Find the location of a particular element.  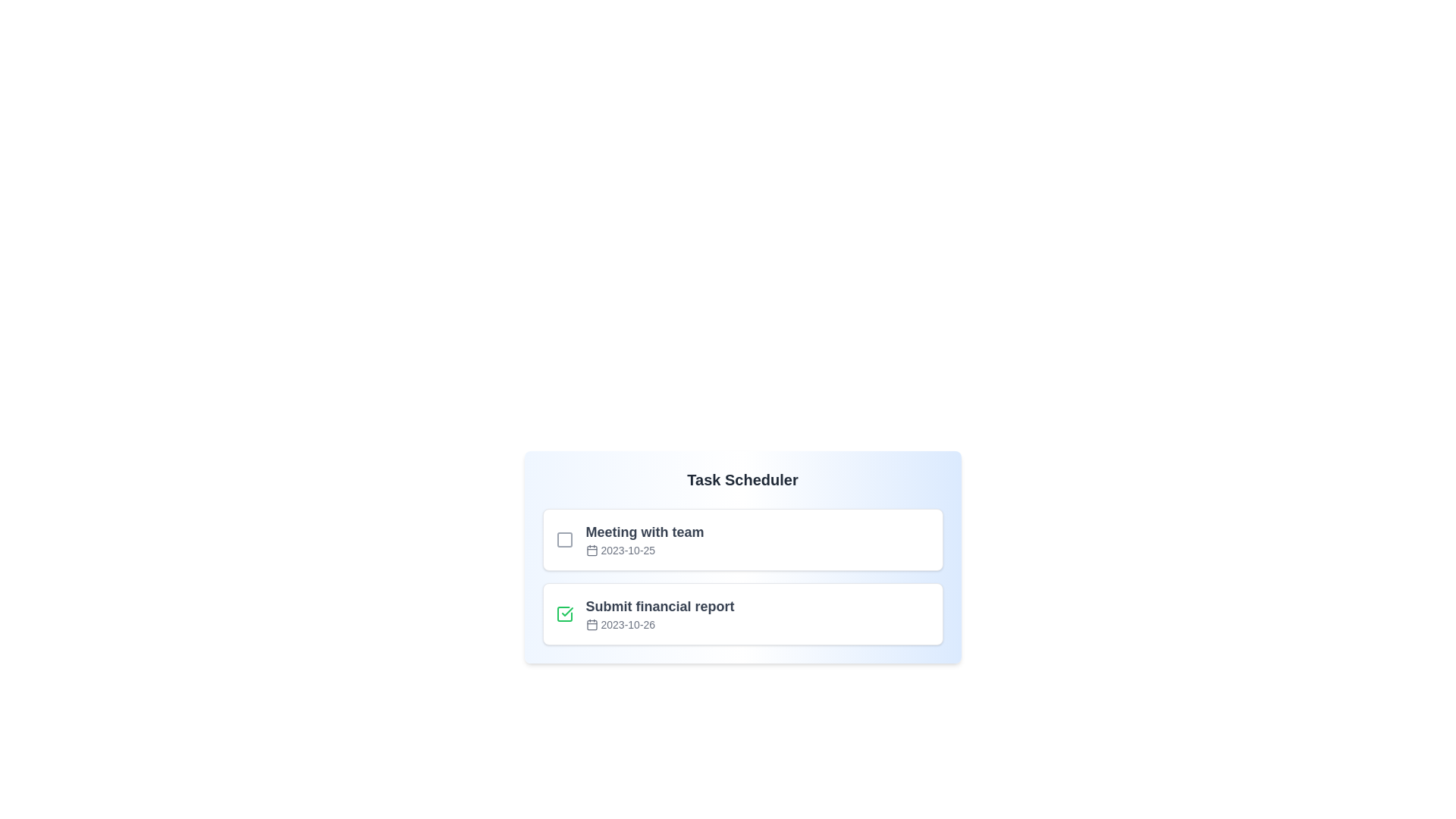

date displayed in small gray font, which is positioned below the task titled 'Meeting with team' and next to a calendar icon is located at coordinates (645, 550).